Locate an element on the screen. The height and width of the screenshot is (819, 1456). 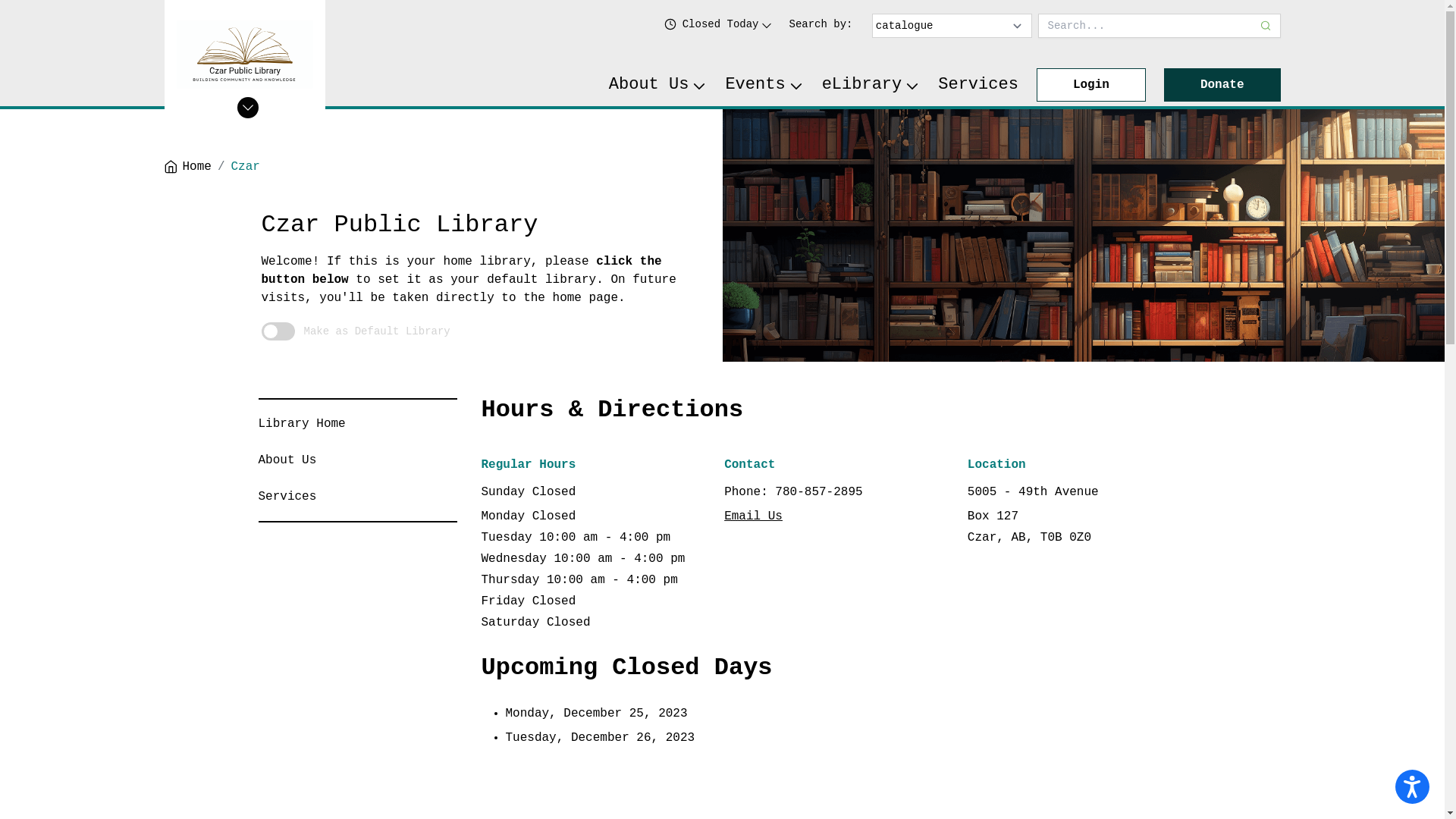
'Services' is located at coordinates (287, 497).